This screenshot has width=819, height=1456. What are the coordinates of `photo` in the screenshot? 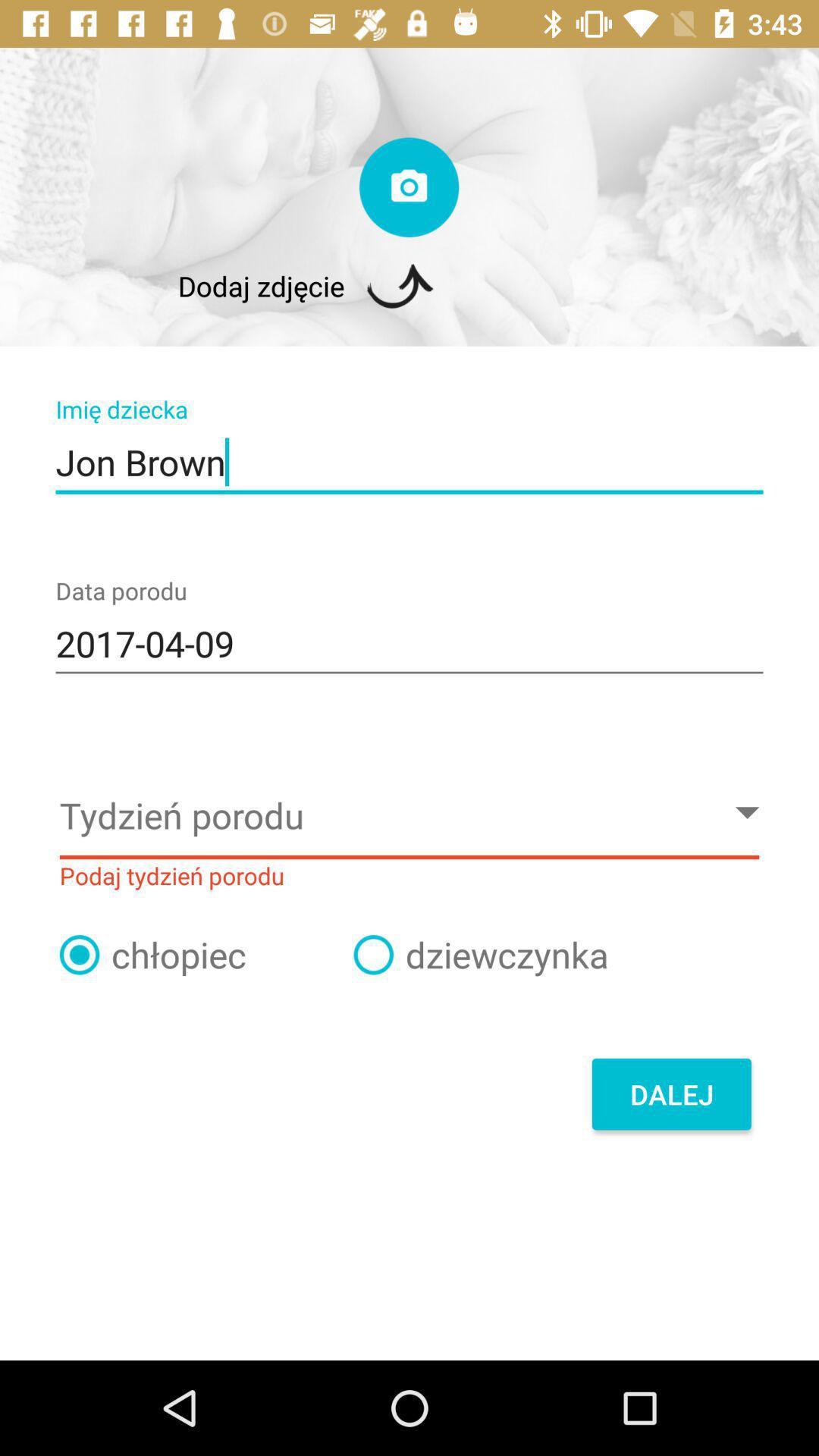 It's located at (408, 187).